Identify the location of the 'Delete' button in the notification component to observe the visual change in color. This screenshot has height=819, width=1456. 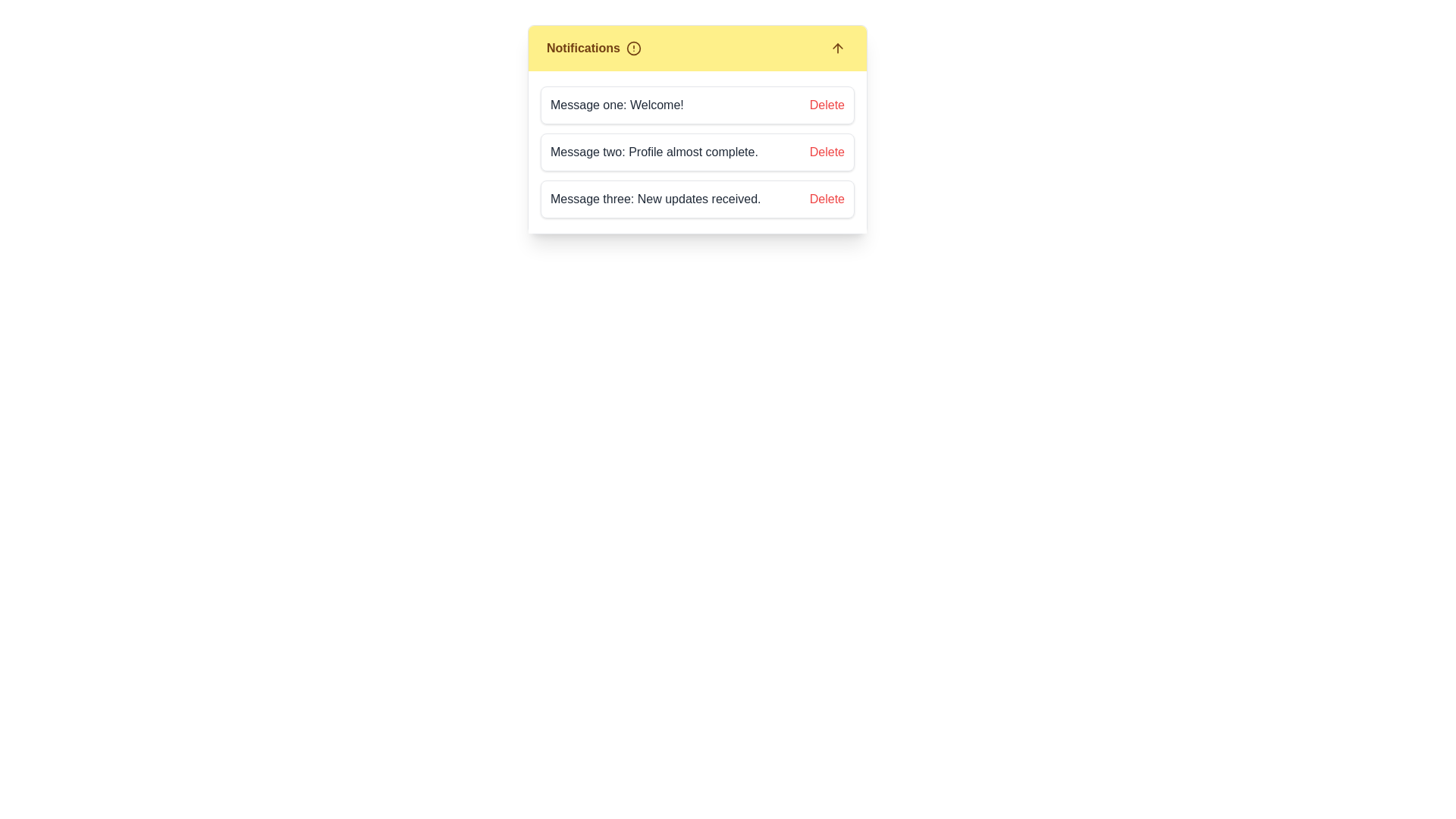
(826, 152).